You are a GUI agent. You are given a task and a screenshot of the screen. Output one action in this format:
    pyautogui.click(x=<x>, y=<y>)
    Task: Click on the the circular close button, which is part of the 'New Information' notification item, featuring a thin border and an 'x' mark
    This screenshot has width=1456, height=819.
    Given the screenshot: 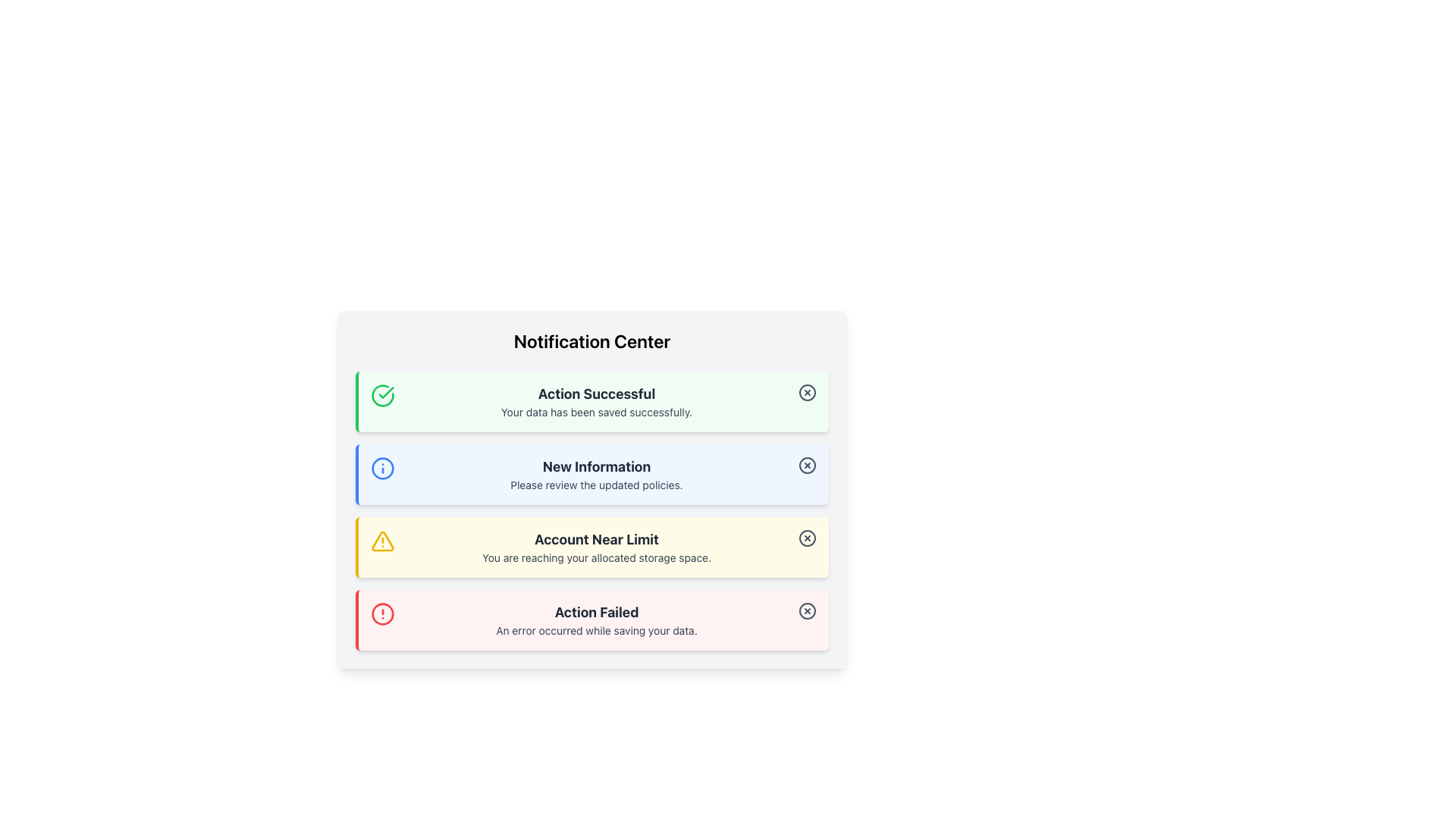 What is the action you would take?
    pyautogui.click(x=807, y=464)
    